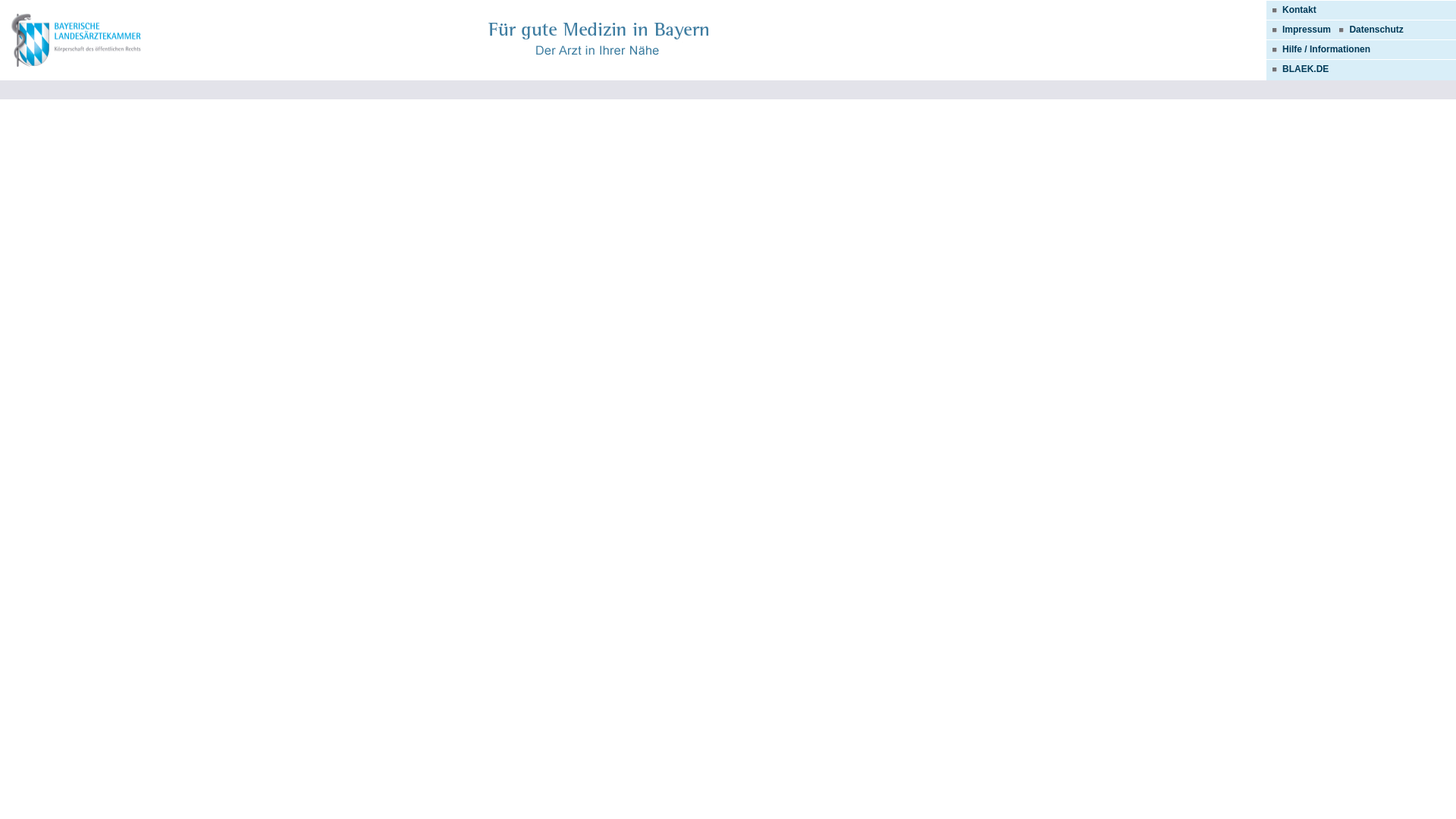 The height and width of the screenshot is (819, 1456). I want to click on 'Datenschutz', so click(1376, 29).